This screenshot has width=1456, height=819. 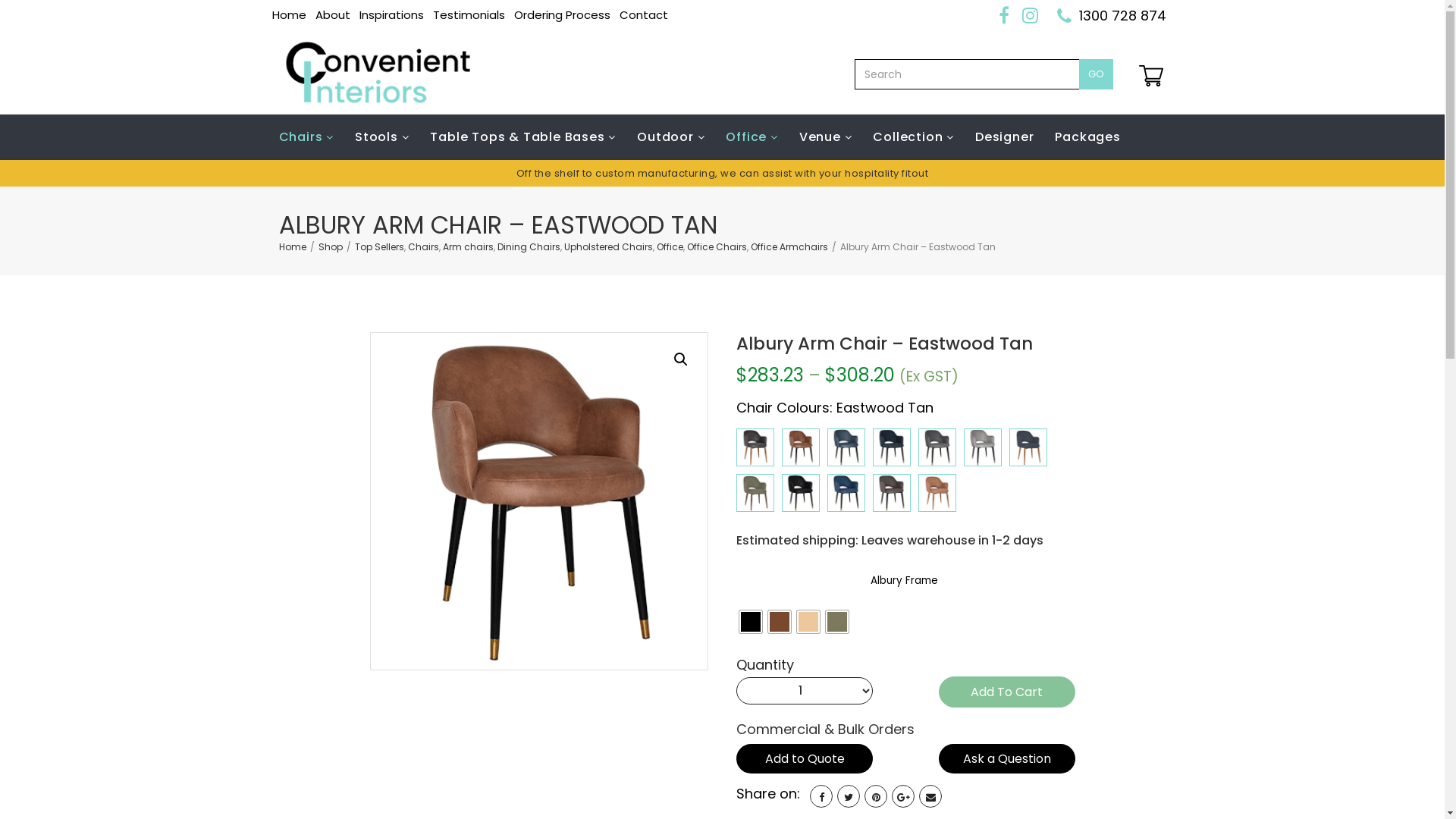 What do you see at coordinates (1028, 447) in the screenshot?
I see `'Albury Arm Chair - Pelle Navy'` at bounding box center [1028, 447].